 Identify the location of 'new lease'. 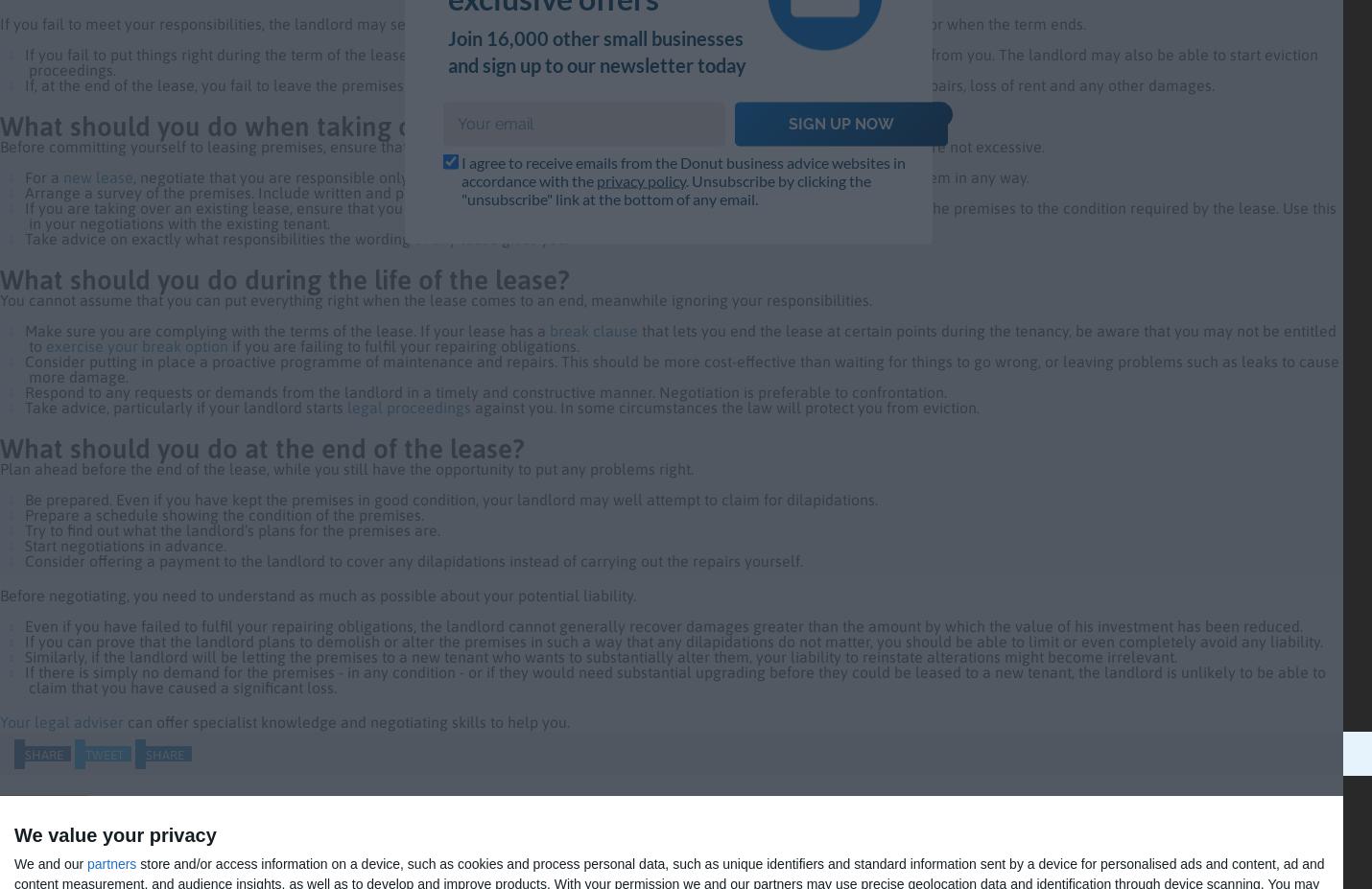
(61, 177).